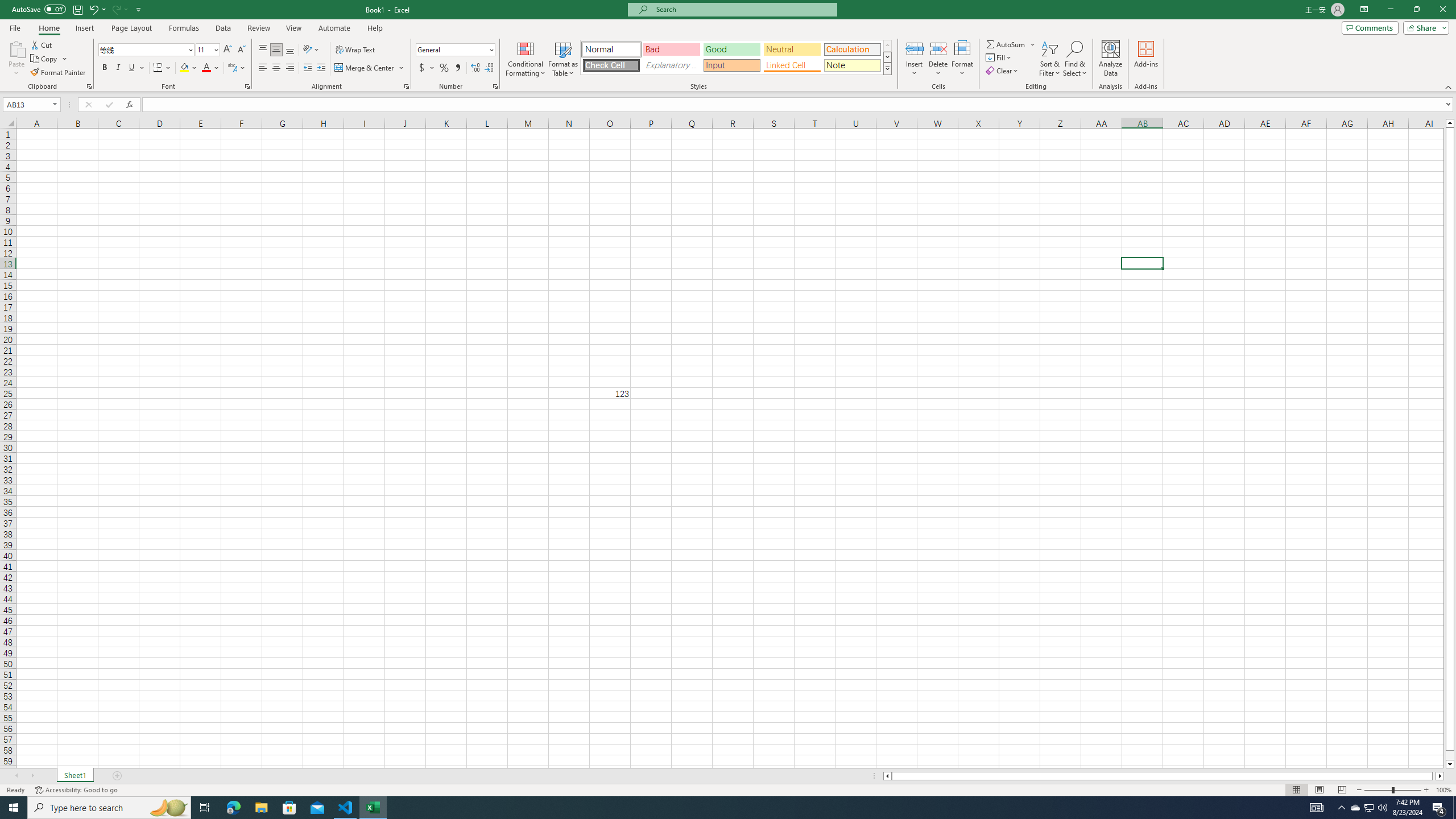 The image size is (1456, 819). What do you see at coordinates (146, 49) in the screenshot?
I see `'Font'` at bounding box center [146, 49].